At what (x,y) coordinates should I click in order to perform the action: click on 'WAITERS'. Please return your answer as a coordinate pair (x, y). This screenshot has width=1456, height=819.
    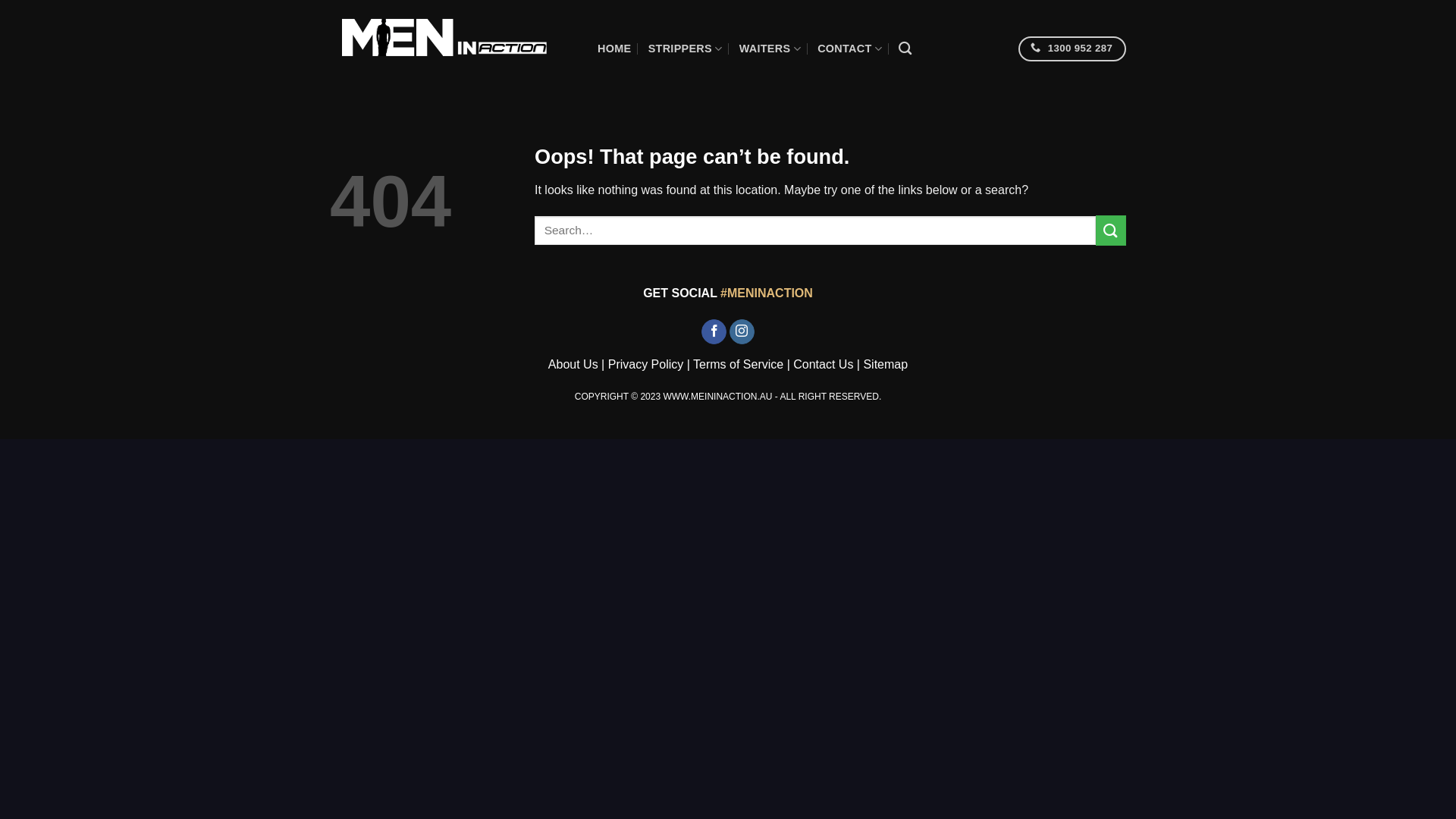
    Looking at the image, I should click on (770, 48).